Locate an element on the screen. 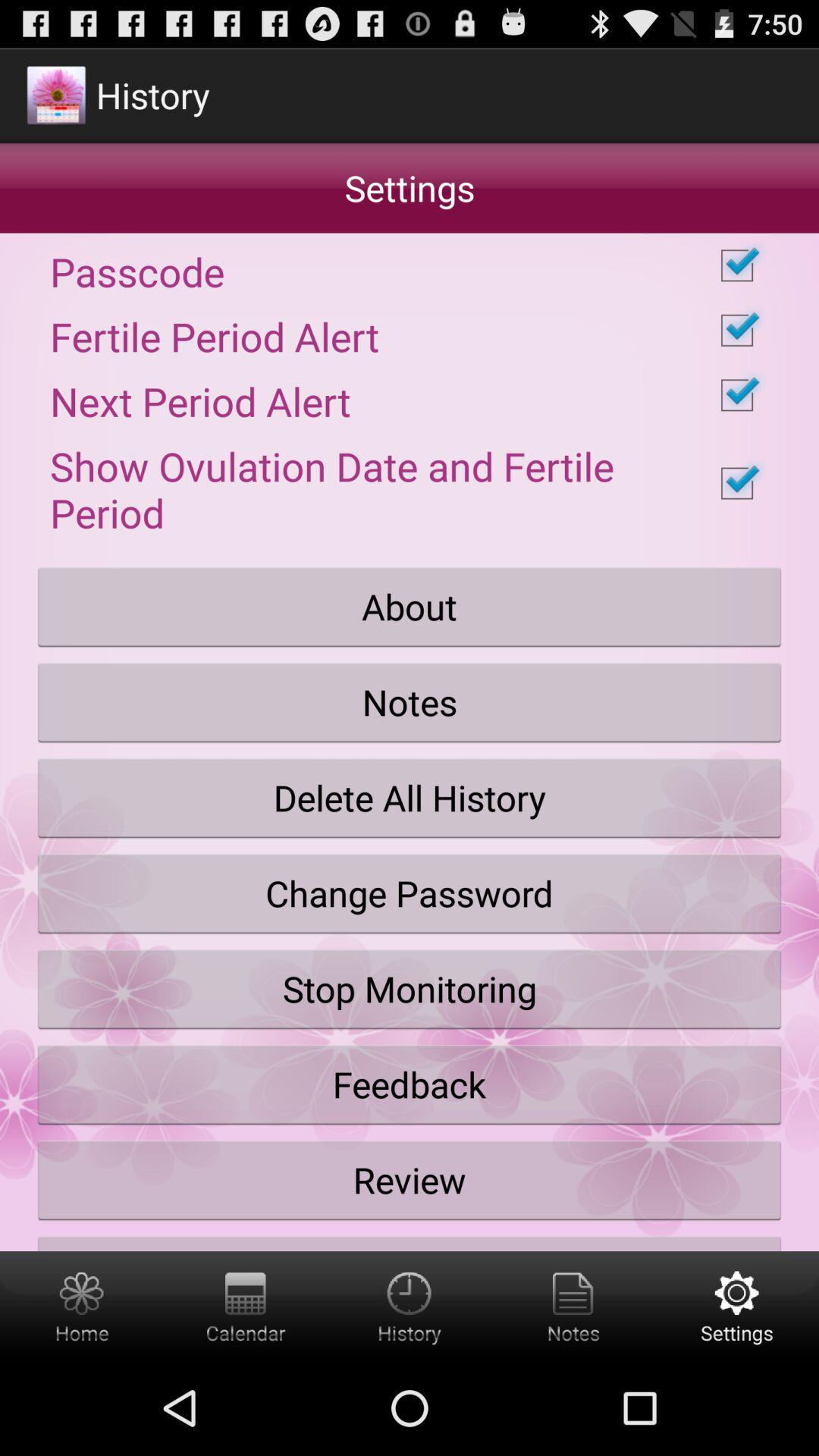 This screenshot has width=819, height=1456. the share with friends button is located at coordinates (409, 1239).